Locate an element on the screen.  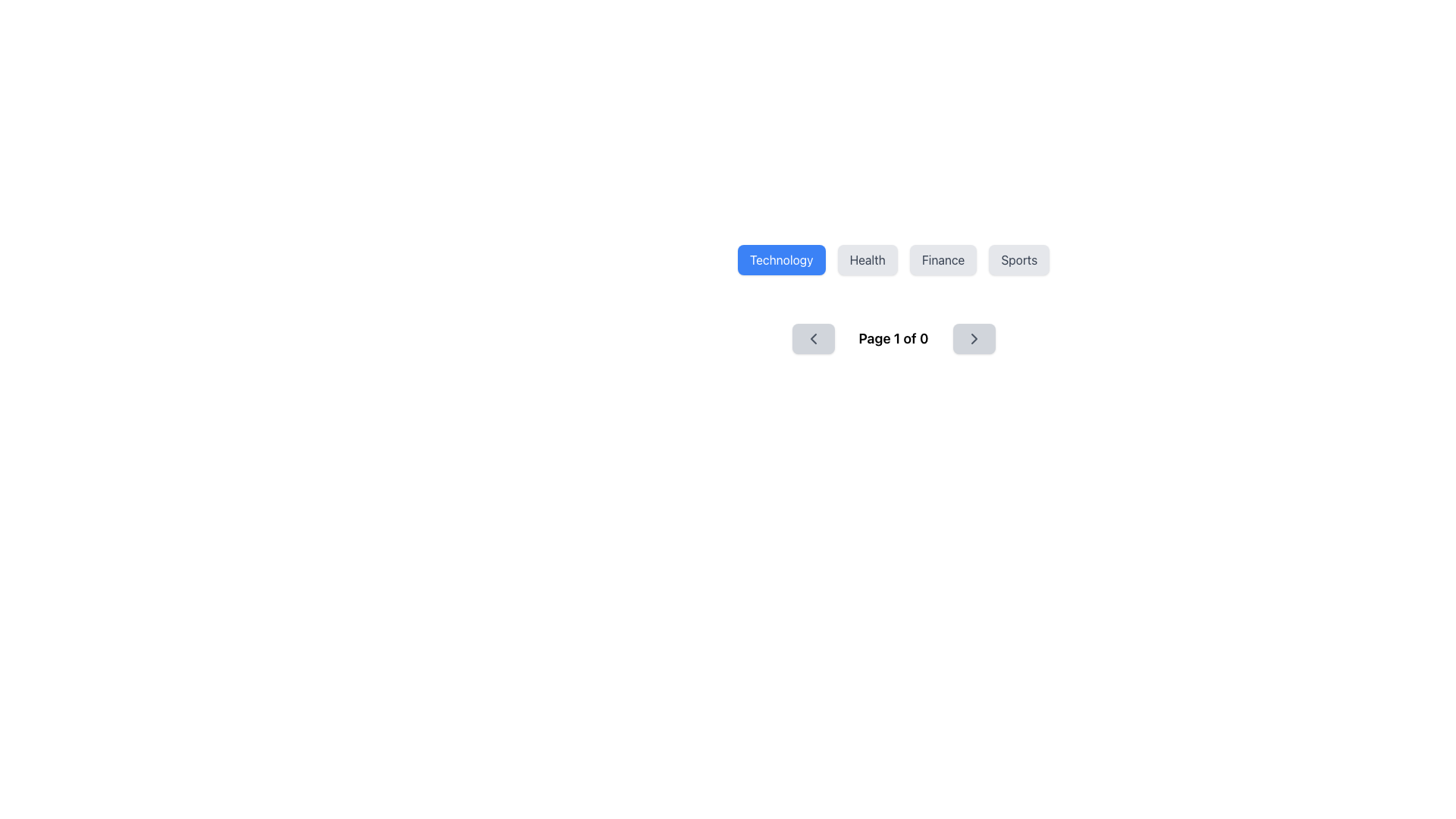
the SVG-based icon on the left of the pagination control group is located at coordinates (812, 338).